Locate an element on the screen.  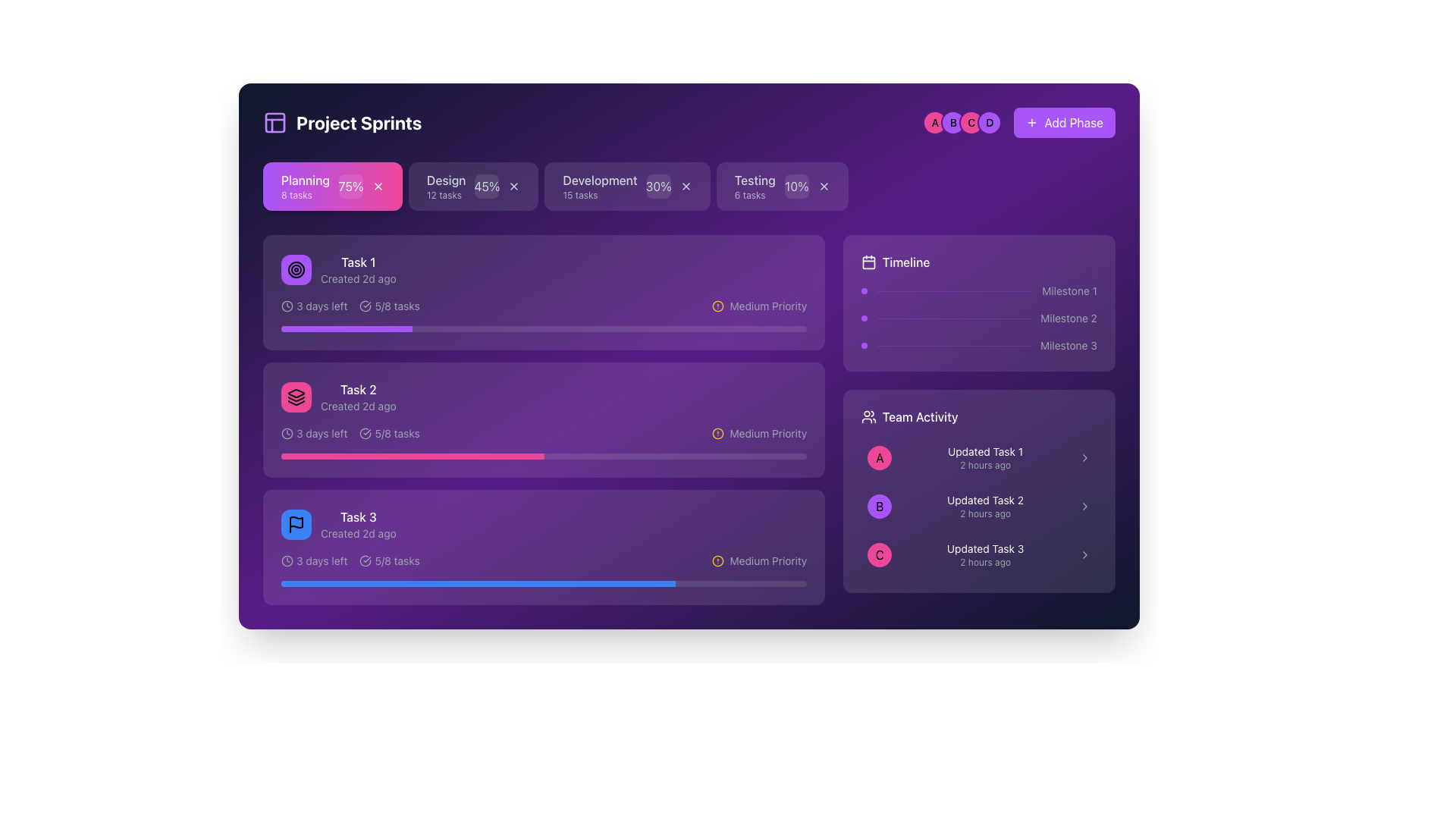
the static text element that provides information about a recently updated task, located as the third item in the 'Team Activity' section is located at coordinates (985, 555).